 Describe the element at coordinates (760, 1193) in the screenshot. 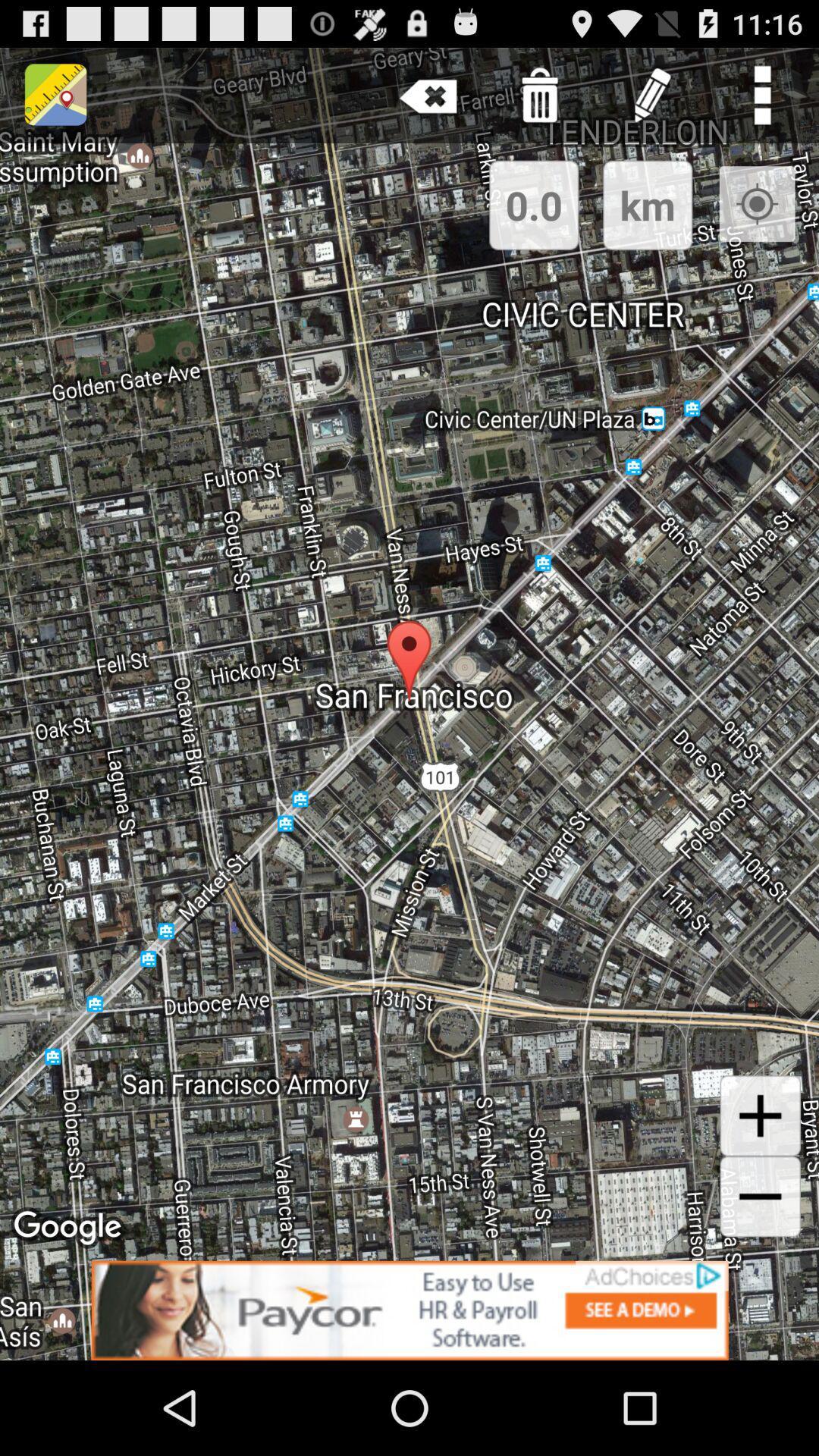

I see `the add icon` at that location.